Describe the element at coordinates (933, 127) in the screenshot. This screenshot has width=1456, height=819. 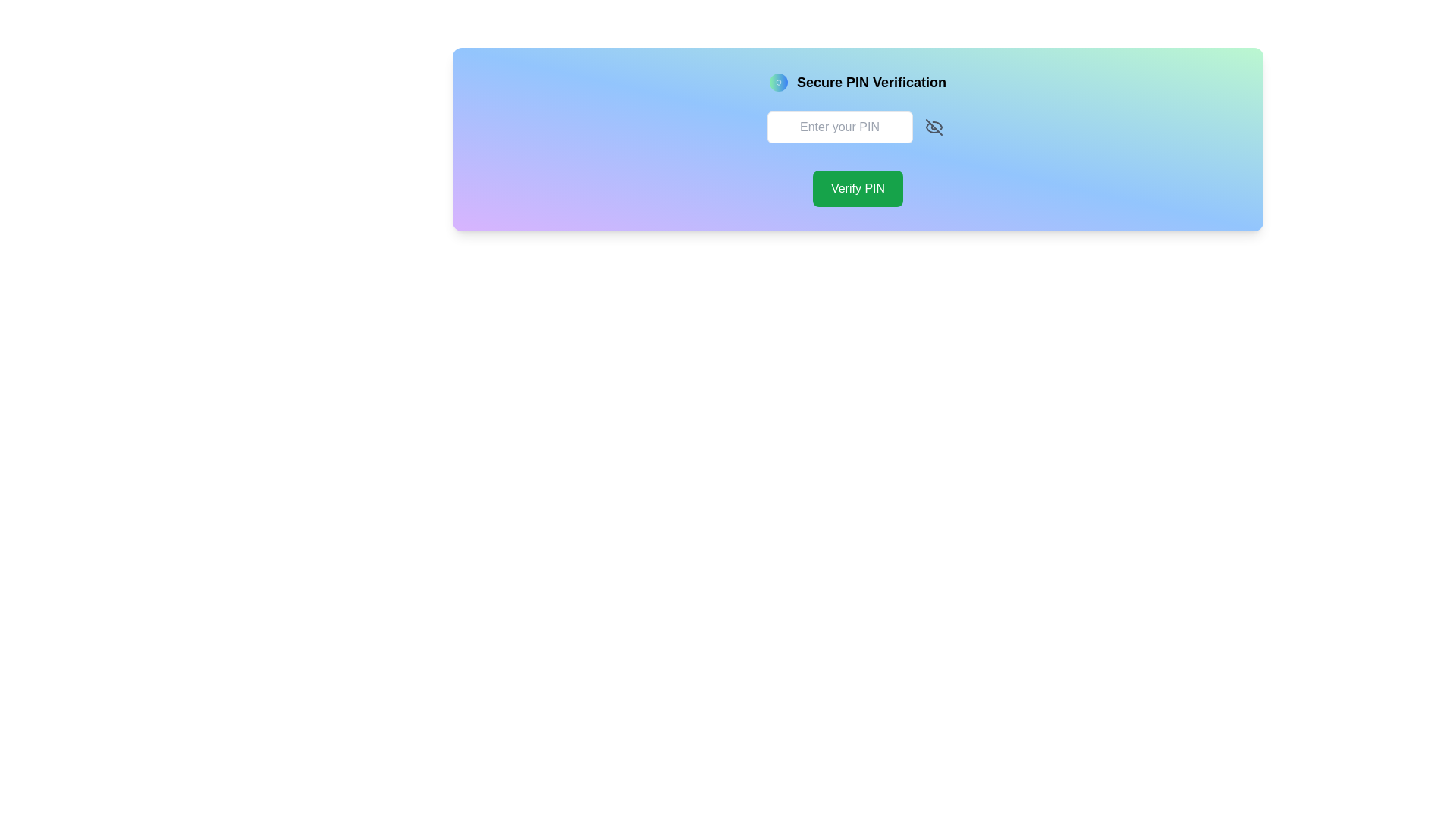
I see `the Toggle visibility icon, which is represented by an eye with a slash through it, located directly to the right of the 'Enter your PIN' input field` at that location.